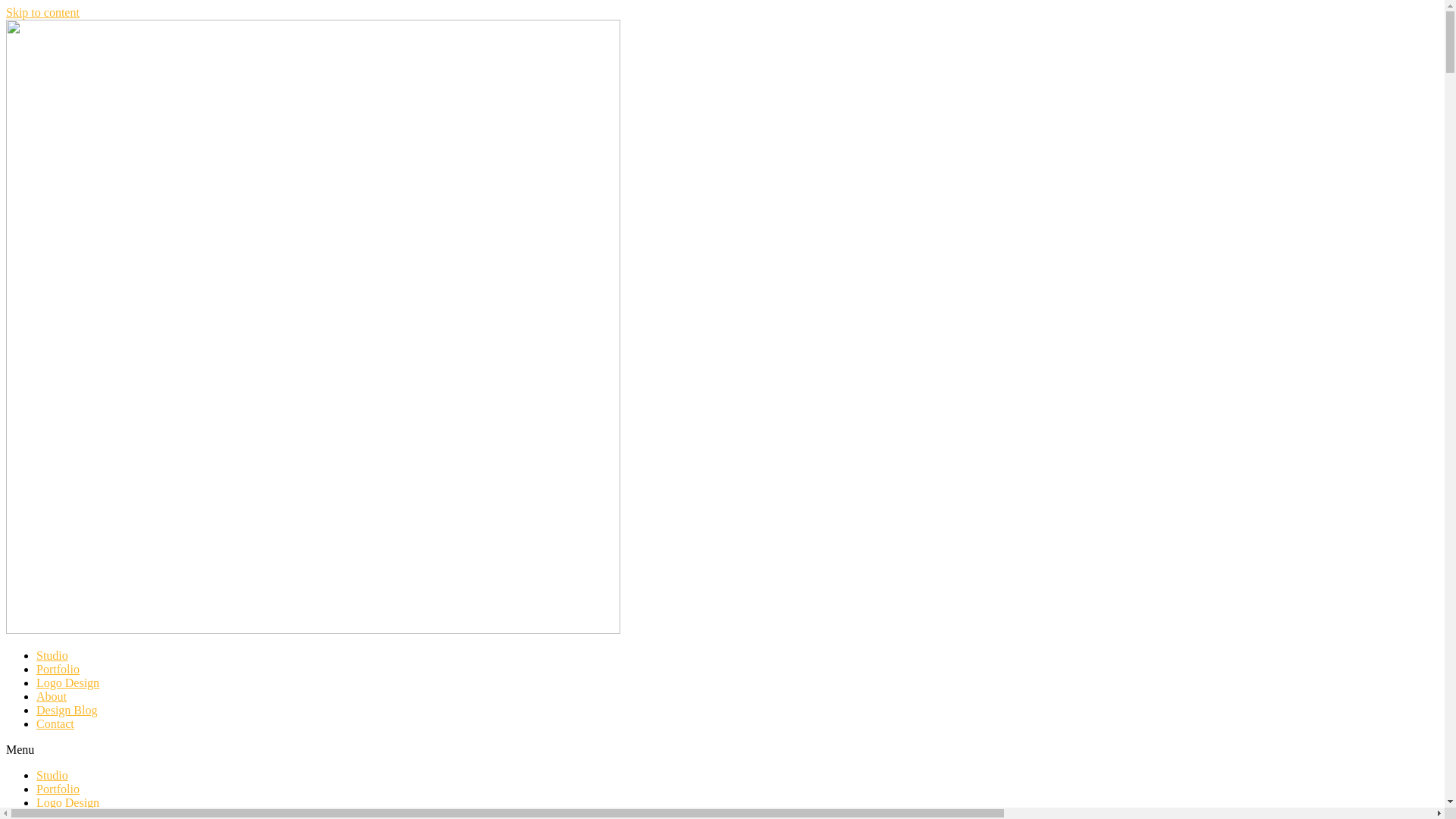  Describe the element at coordinates (67, 682) in the screenshot. I see `'Logo Design'` at that location.